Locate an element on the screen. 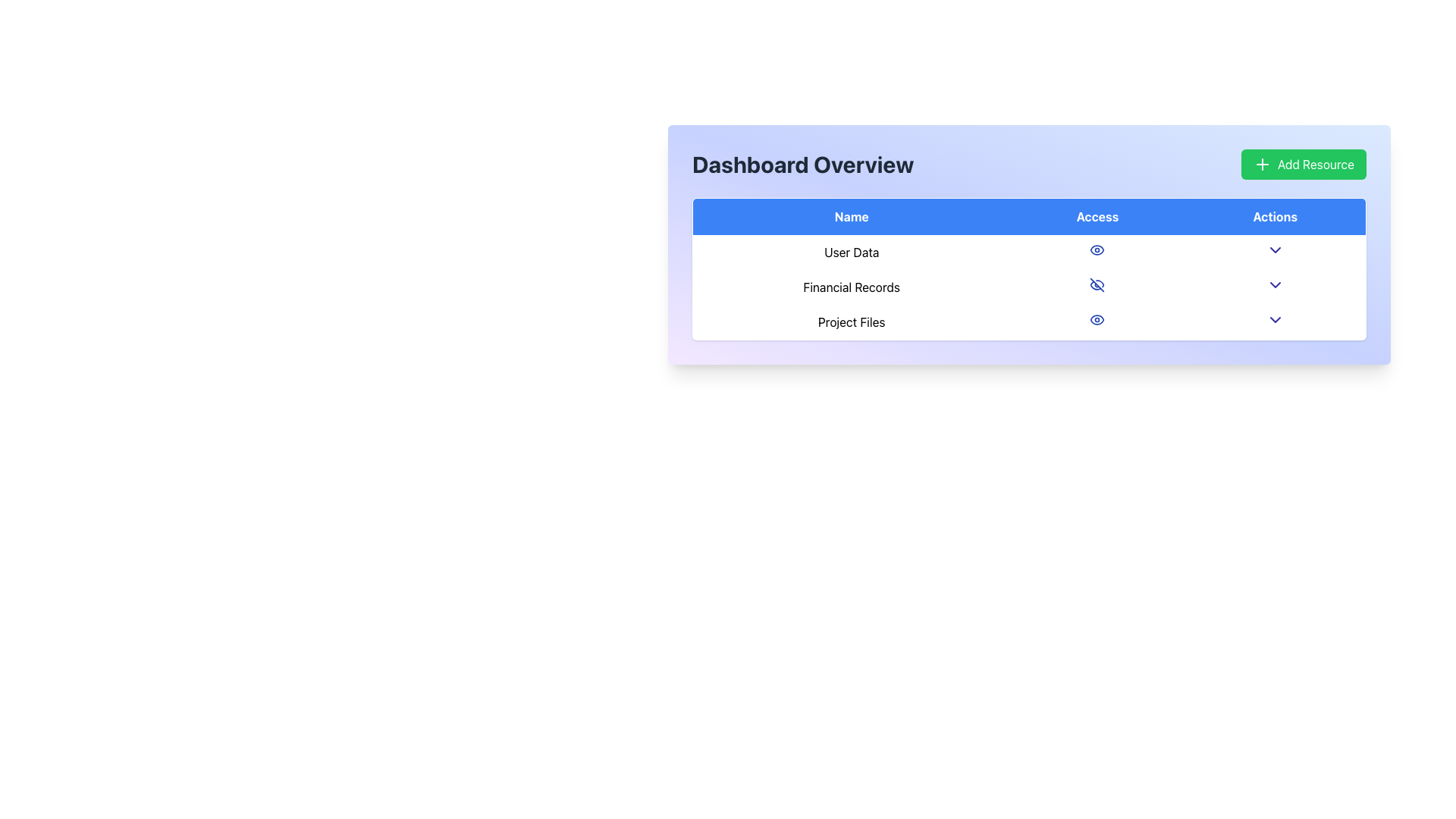 Image resolution: width=1456 pixels, height=819 pixels. the dropdown trigger button in the 'Actions' column for the 'User Data' entry is located at coordinates (1274, 251).